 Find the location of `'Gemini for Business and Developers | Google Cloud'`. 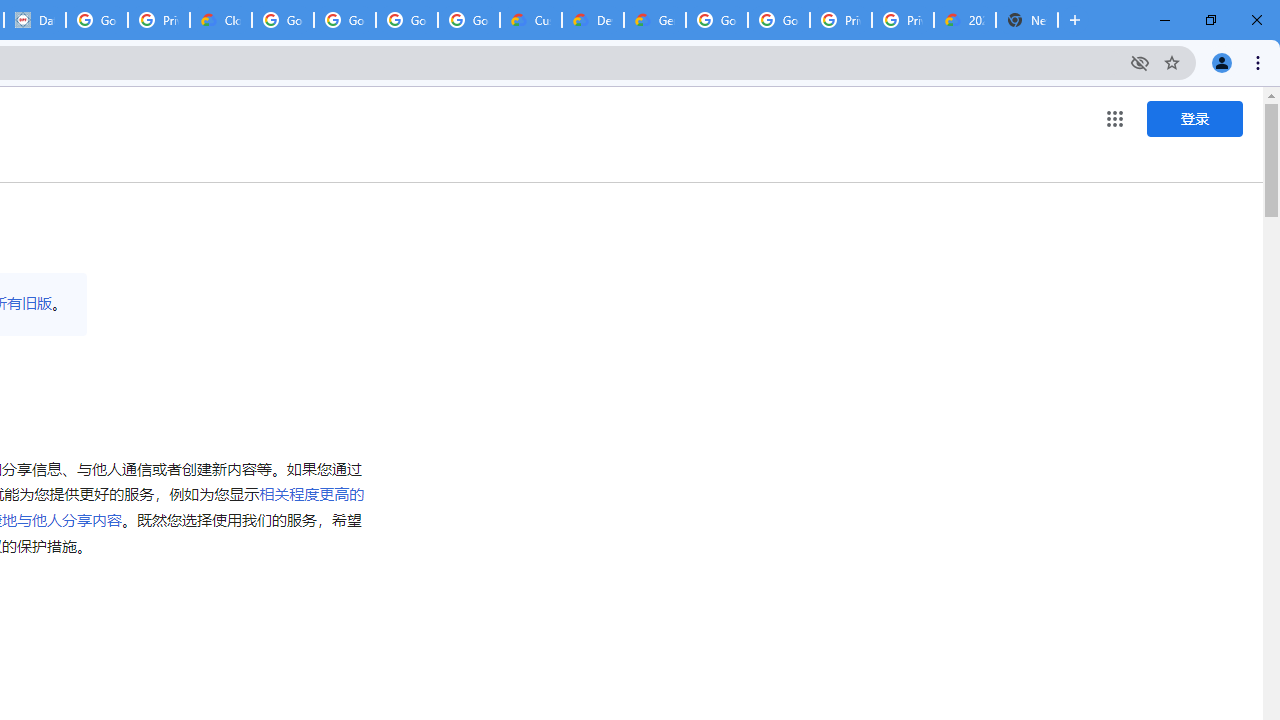

'Gemini for Business and Developers | Google Cloud' is located at coordinates (654, 20).